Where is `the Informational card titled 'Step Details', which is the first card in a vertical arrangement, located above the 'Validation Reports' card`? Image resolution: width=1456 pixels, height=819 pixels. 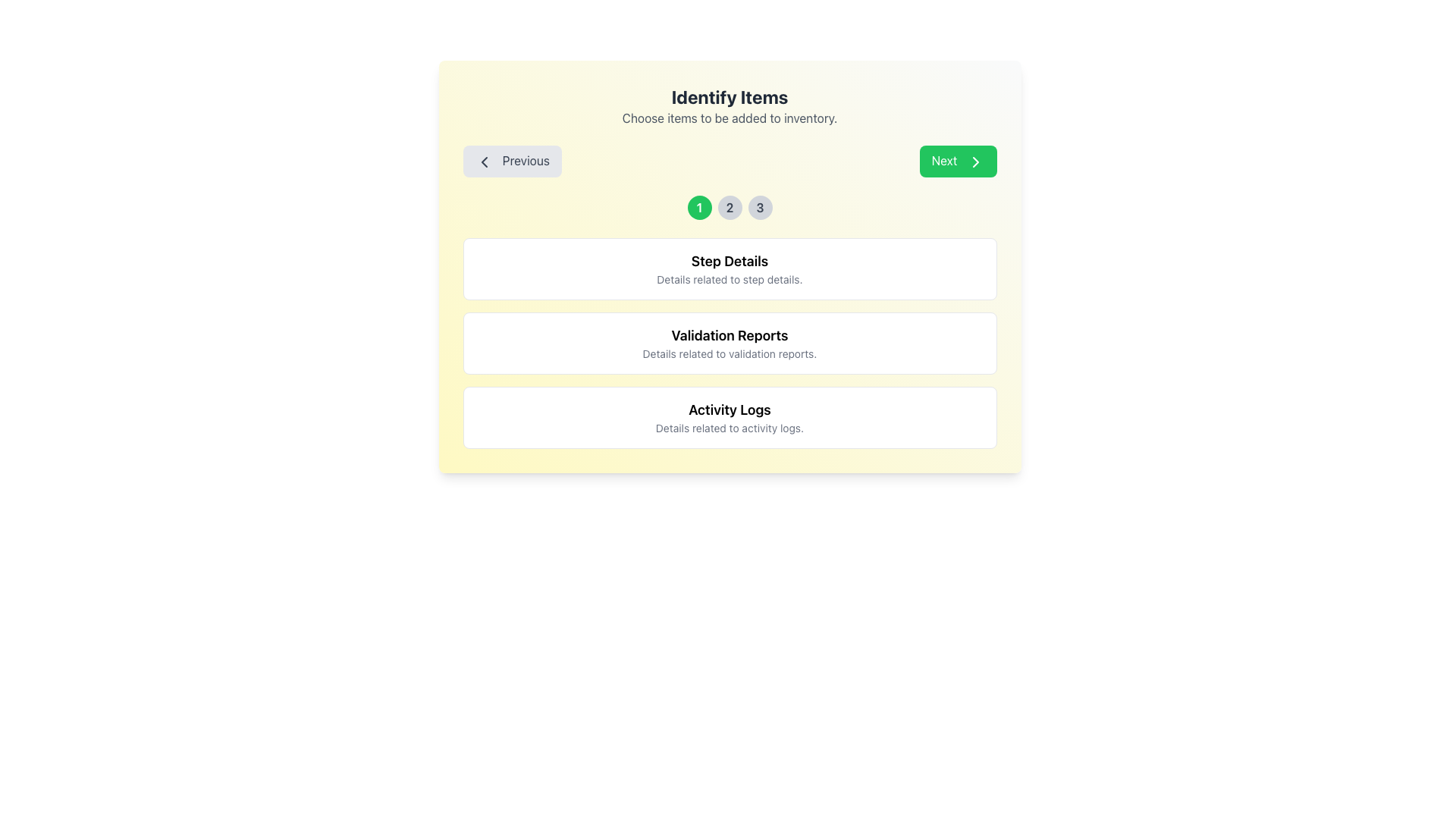 the Informational card titled 'Step Details', which is the first card in a vertical arrangement, located above the 'Validation Reports' card is located at coordinates (730, 268).